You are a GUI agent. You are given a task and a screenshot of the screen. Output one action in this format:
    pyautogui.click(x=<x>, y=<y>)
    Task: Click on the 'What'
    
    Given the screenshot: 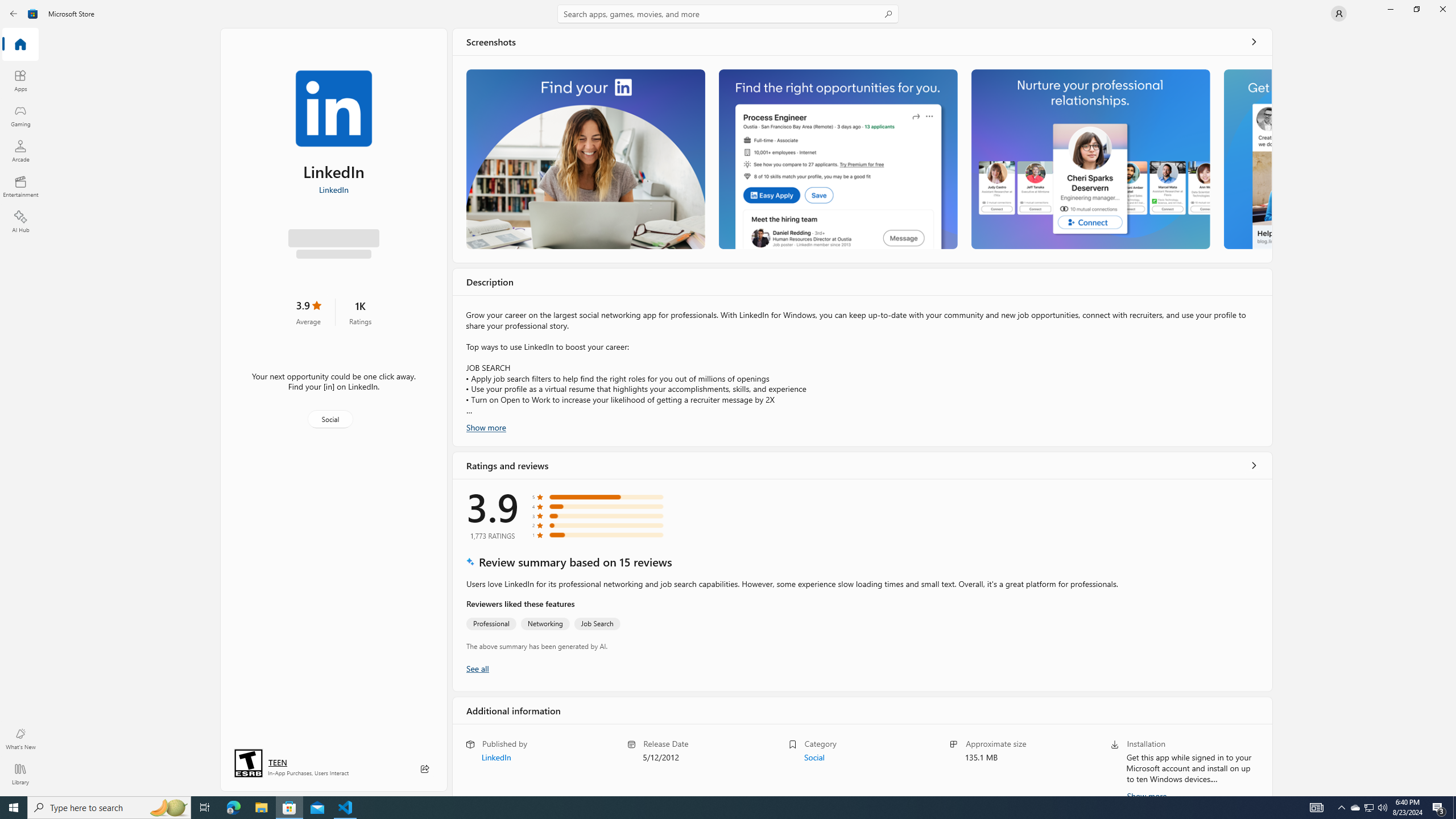 What is the action you would take?
    pyautogui.click(x=19, y=738)
    